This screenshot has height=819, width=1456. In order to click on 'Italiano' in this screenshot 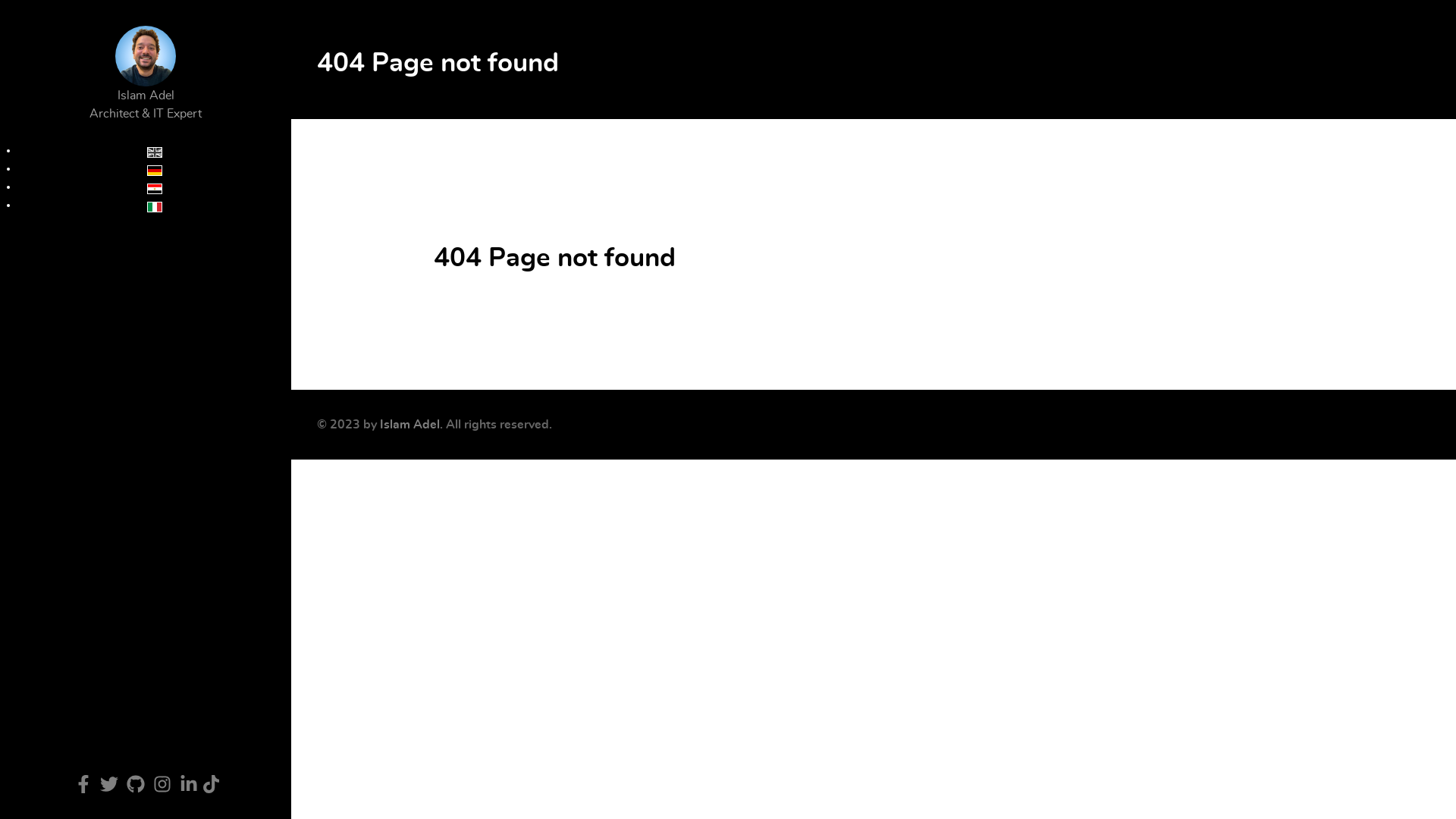, I will do `click(146, 207)`.